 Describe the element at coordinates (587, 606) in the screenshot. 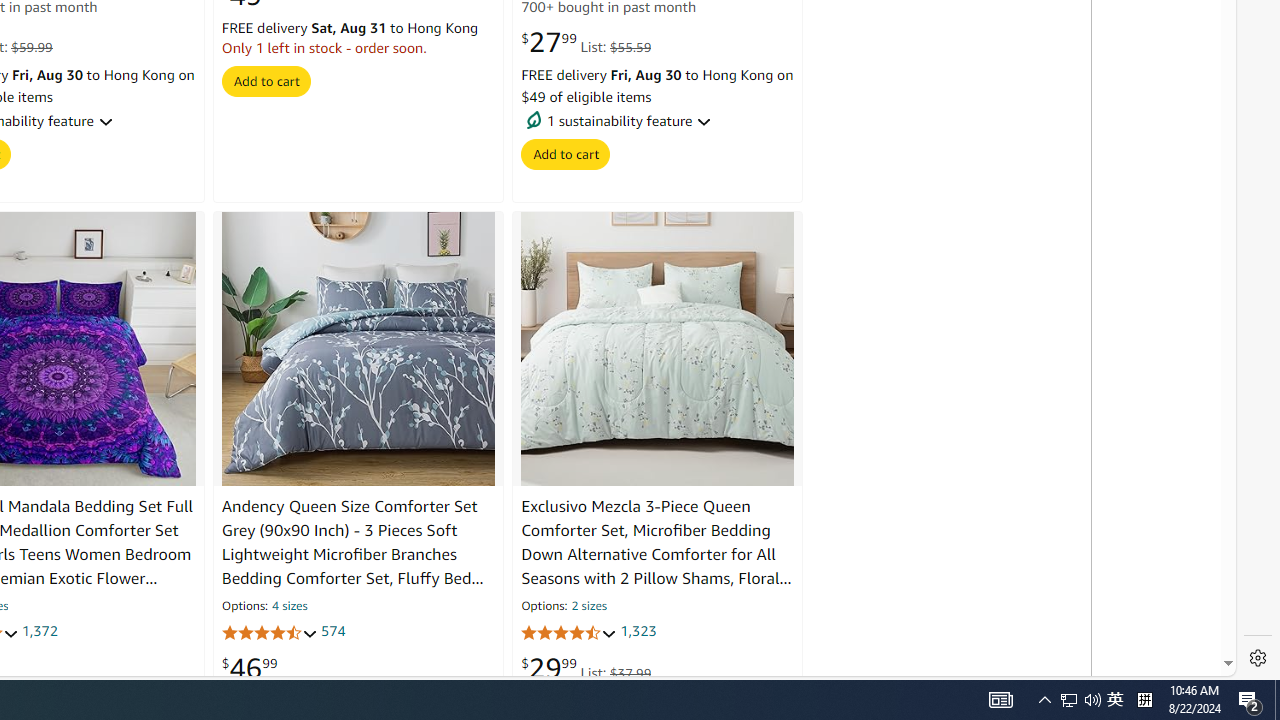

I see `'2 sizes'` at that location.